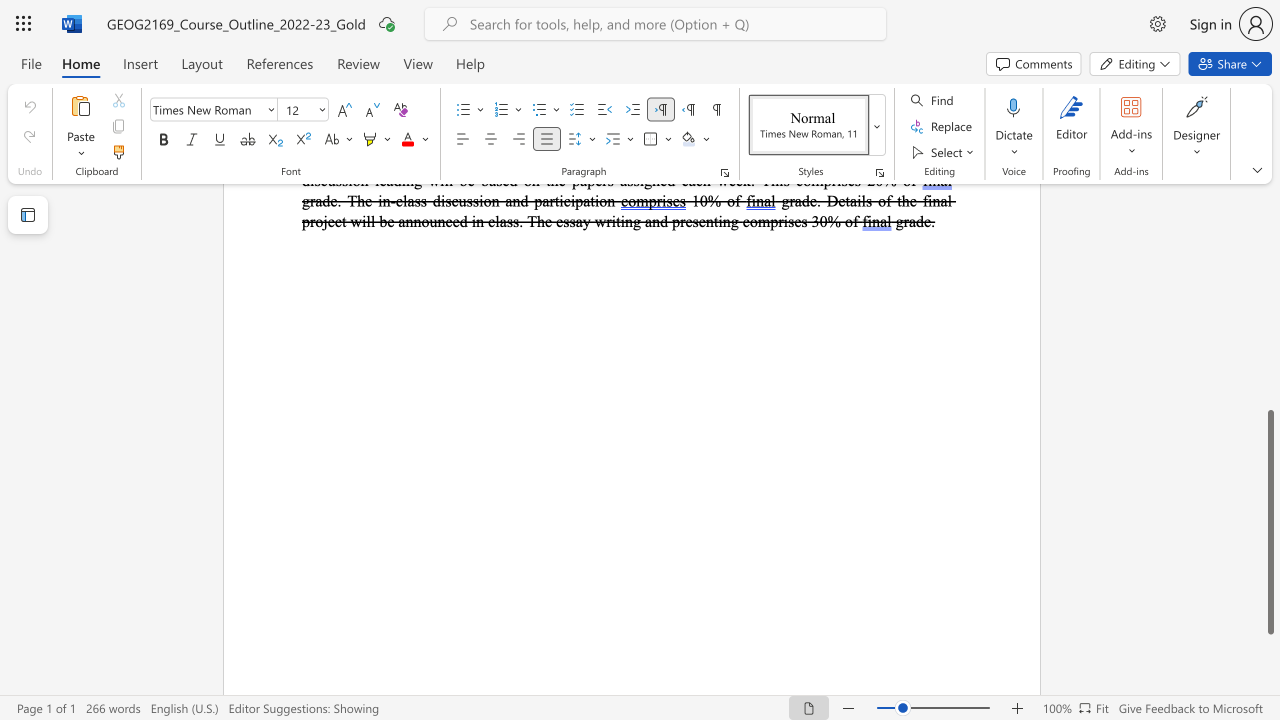  Describe the element at coordinates (1269, 300) in the screenshot. I see `the scrollbar to adjust the page upward` at that location.